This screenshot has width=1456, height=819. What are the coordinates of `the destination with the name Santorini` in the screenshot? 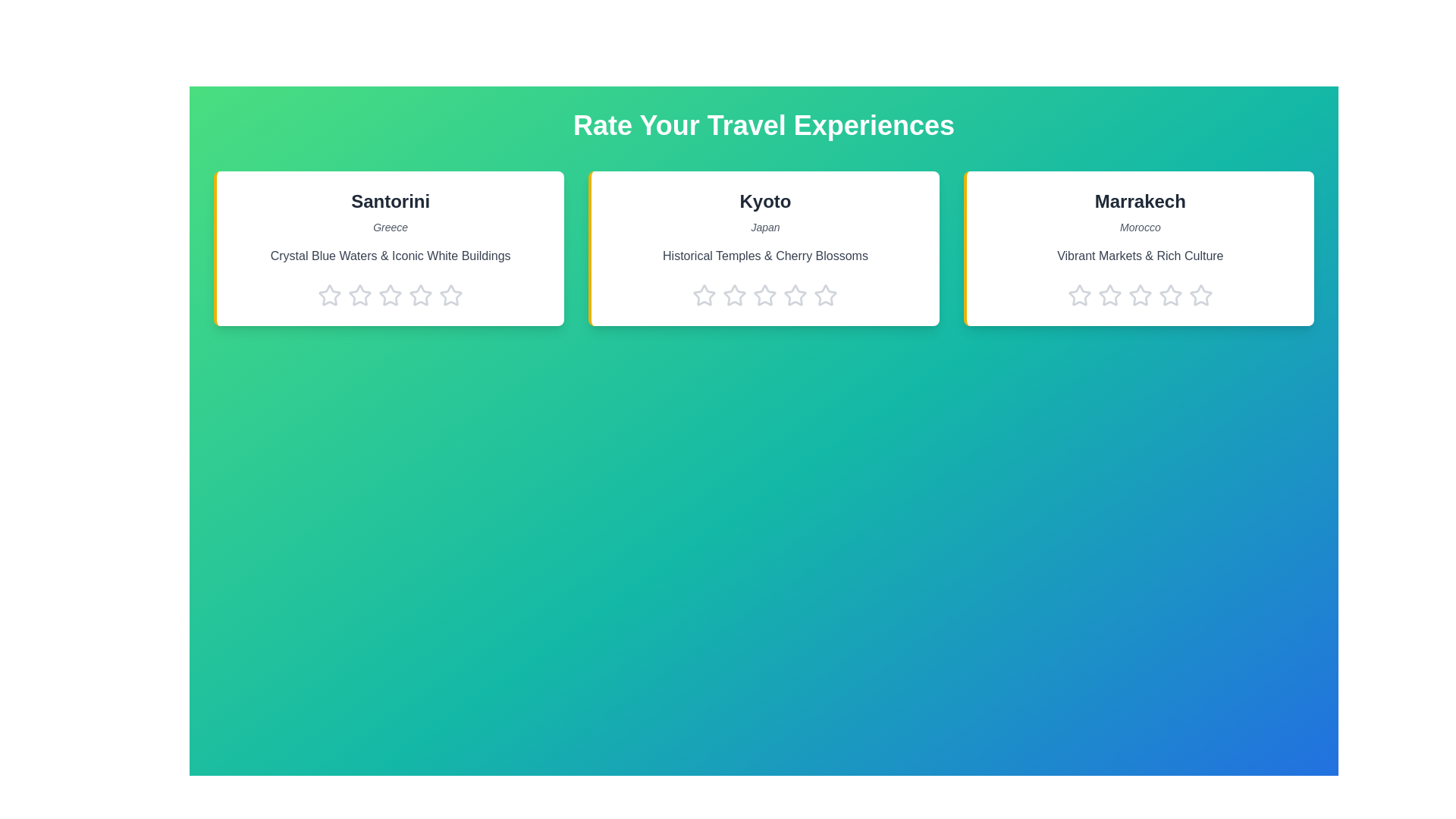 It's located at (390, 201).